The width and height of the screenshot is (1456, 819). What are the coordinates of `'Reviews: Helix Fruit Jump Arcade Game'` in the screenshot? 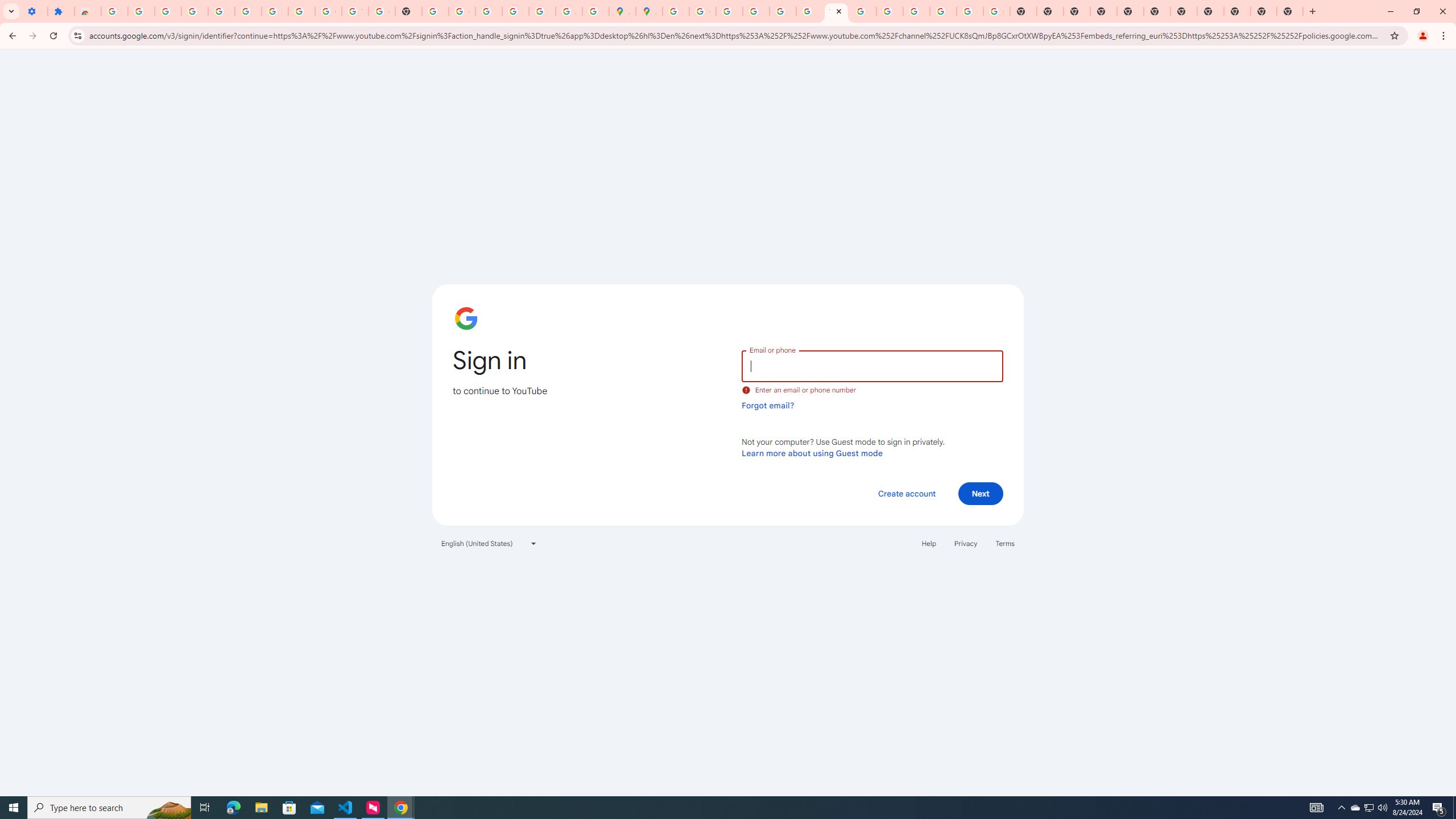 It's located at (88, 11).